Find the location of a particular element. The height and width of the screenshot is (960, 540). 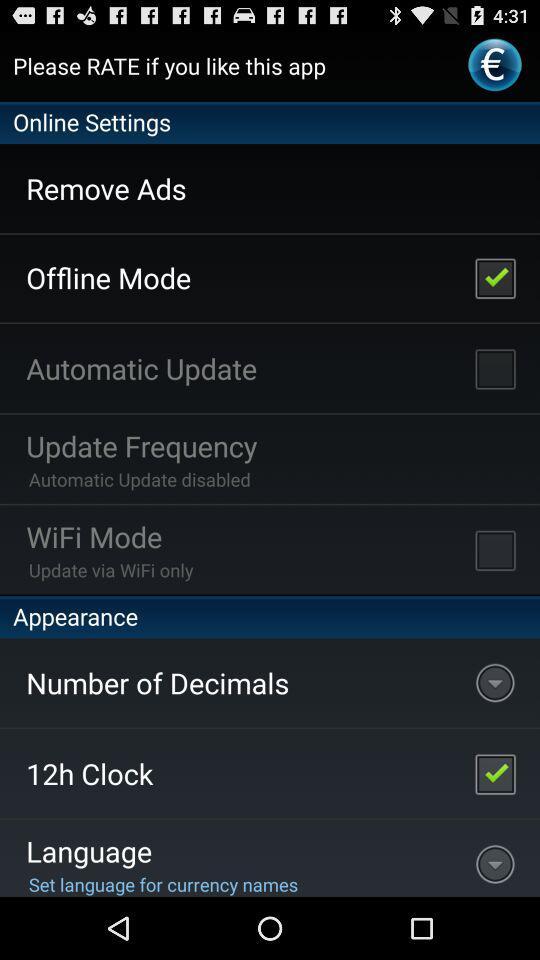

the item next to number of decimals item is located at coordinates (494, 772).